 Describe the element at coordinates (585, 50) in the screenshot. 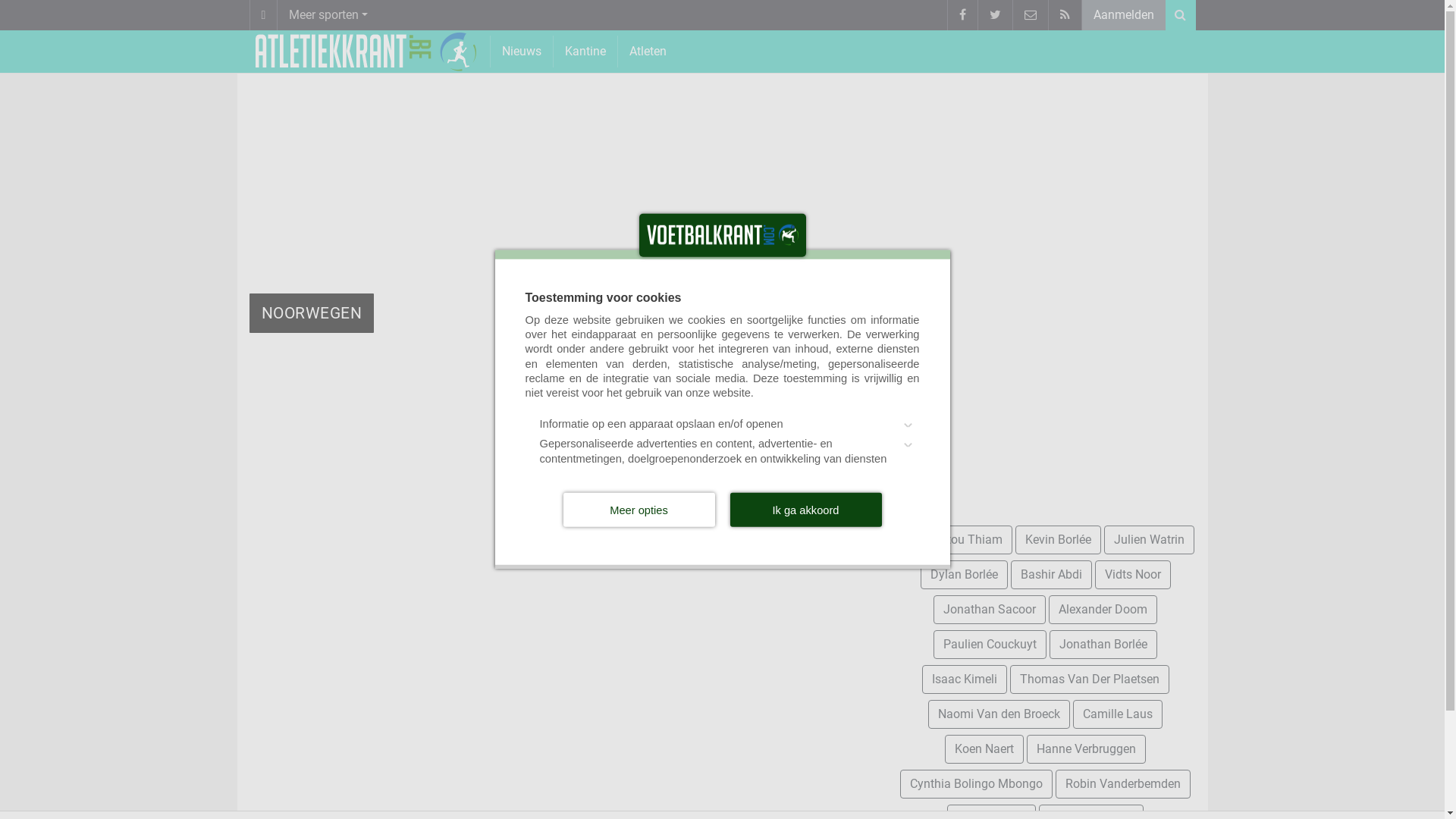

I see `'Kantine'` at that location.